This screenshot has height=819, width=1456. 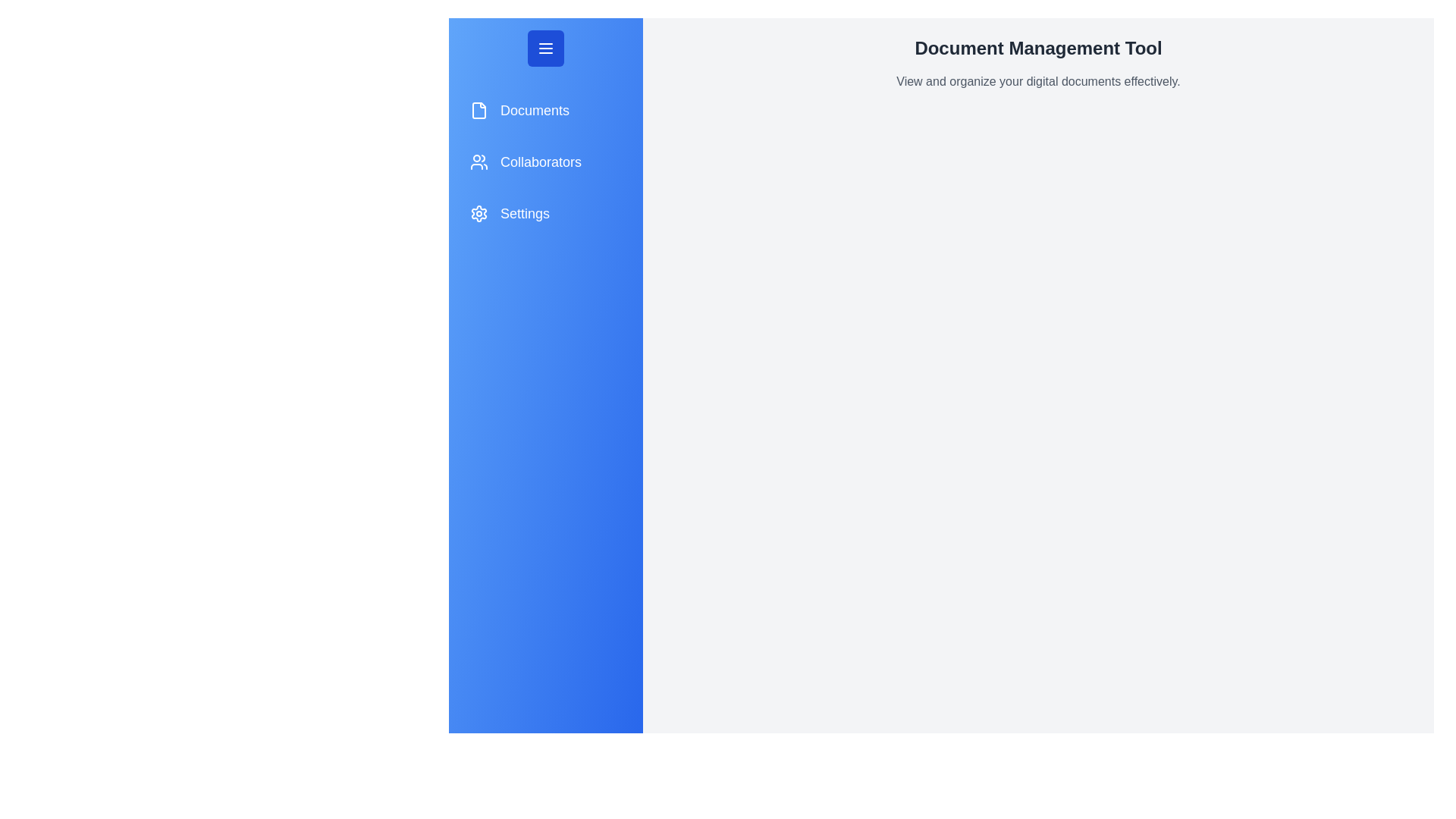 What do you see at coordinates (546, 48) in the screenshot?
I see `button with the menu icon to toggle the drawer` at bounding box center [546, 48].